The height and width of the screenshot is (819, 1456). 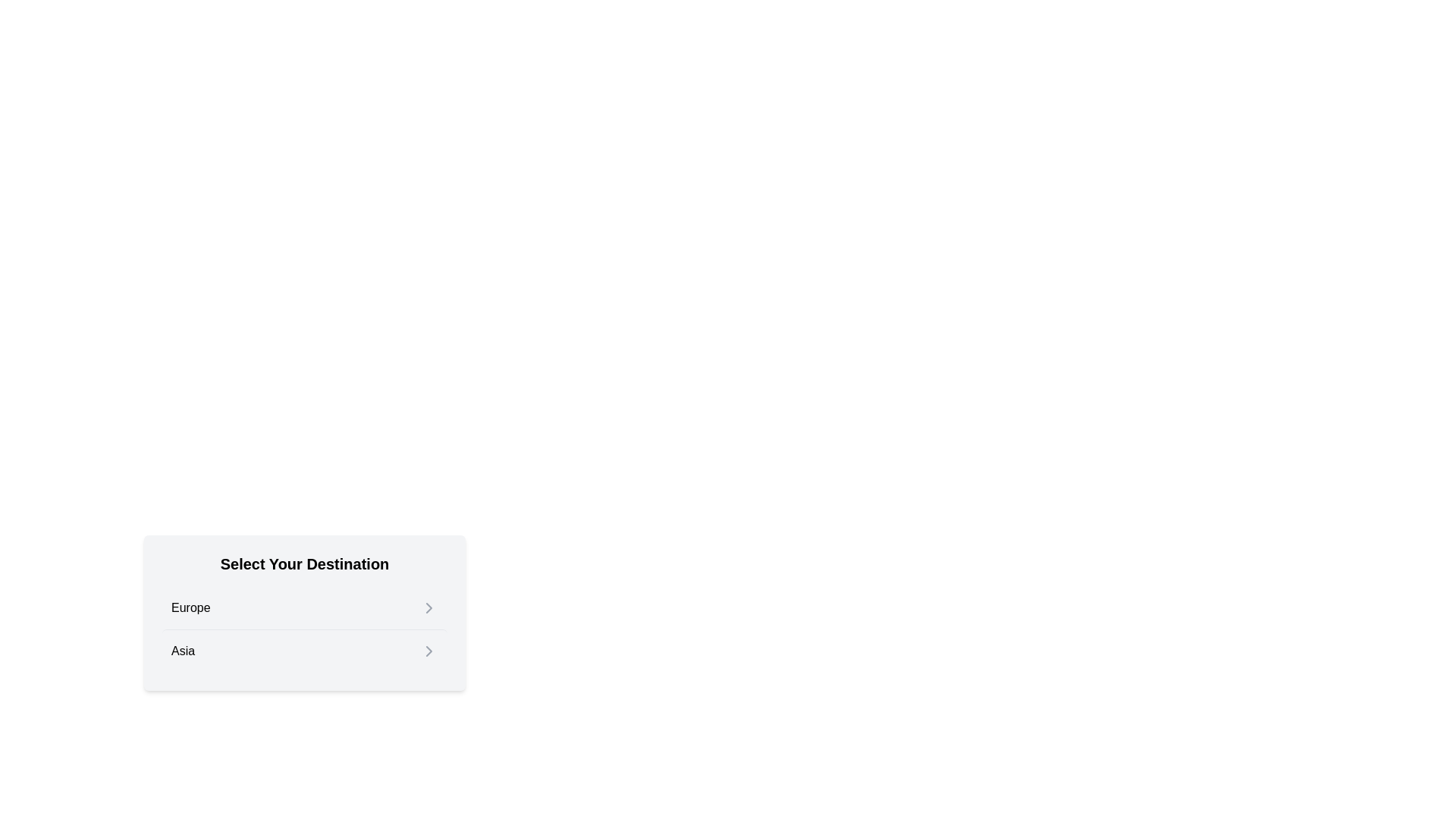 I want to click on the first list item representing the 'Europe' category, so click(x=304, y=607).